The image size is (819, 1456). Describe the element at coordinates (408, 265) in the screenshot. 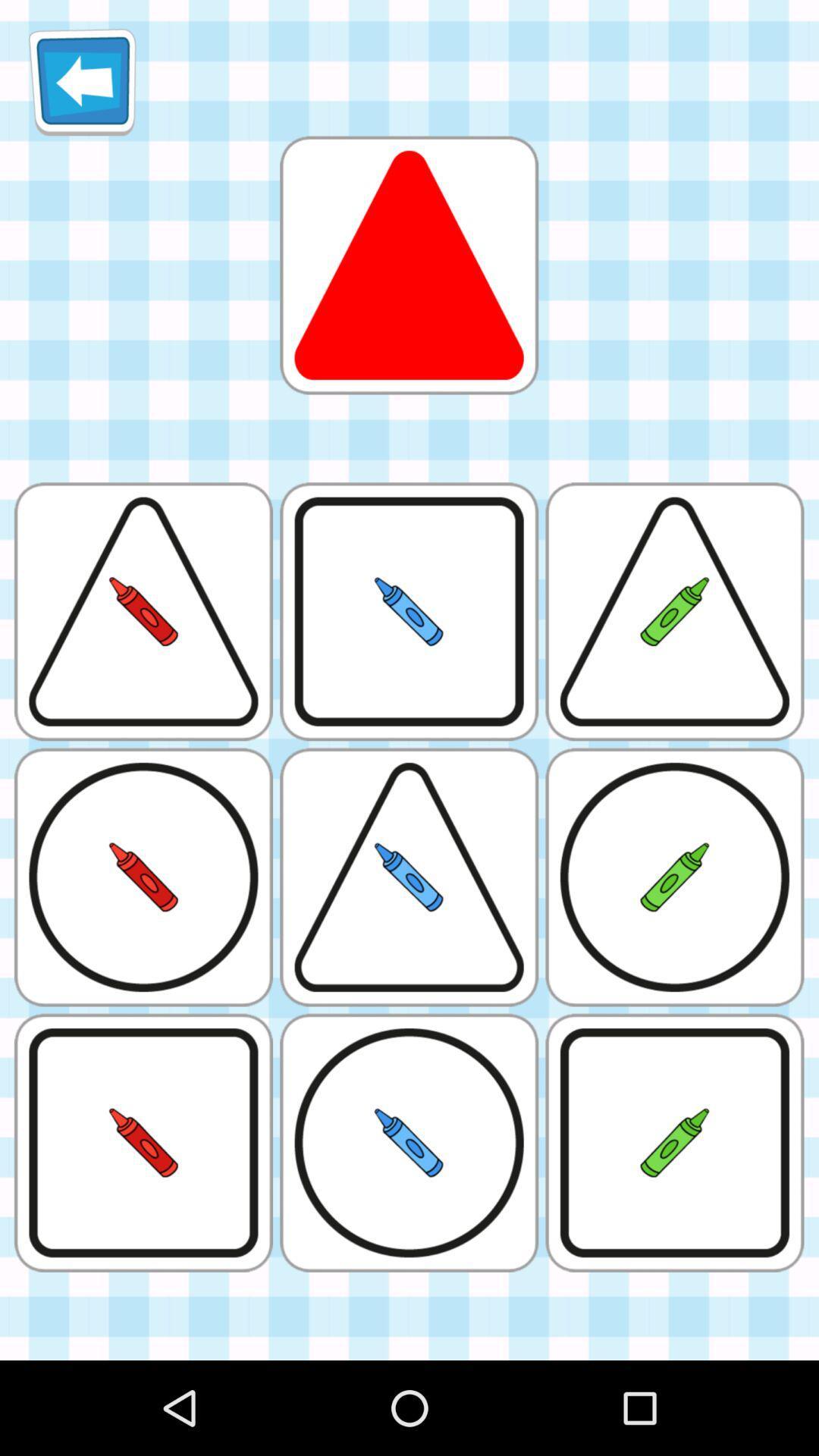

I see `red triangle` at that location.